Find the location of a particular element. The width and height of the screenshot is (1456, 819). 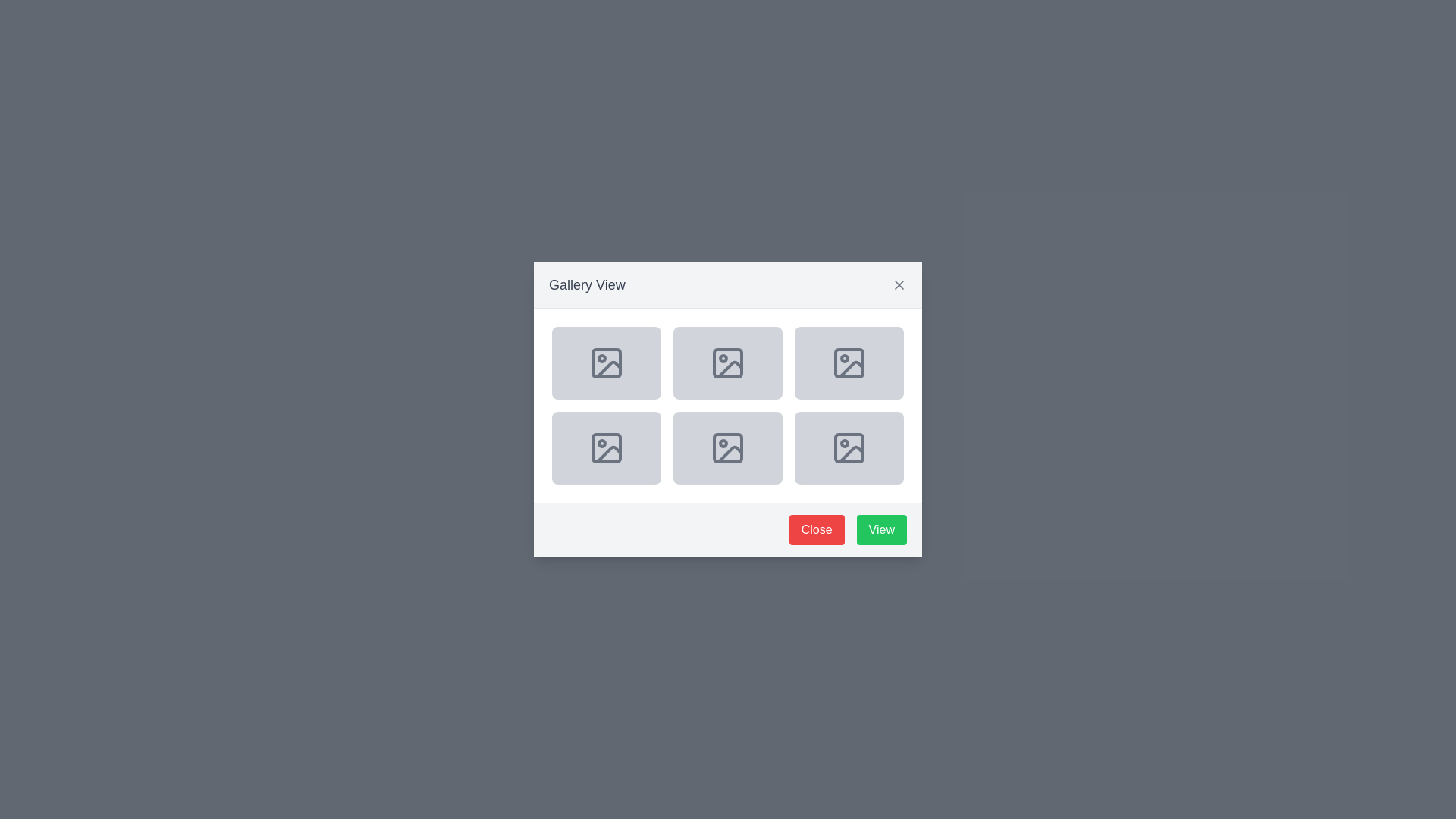

the red 'Close' button with white text is located at coordinates (816, 529).